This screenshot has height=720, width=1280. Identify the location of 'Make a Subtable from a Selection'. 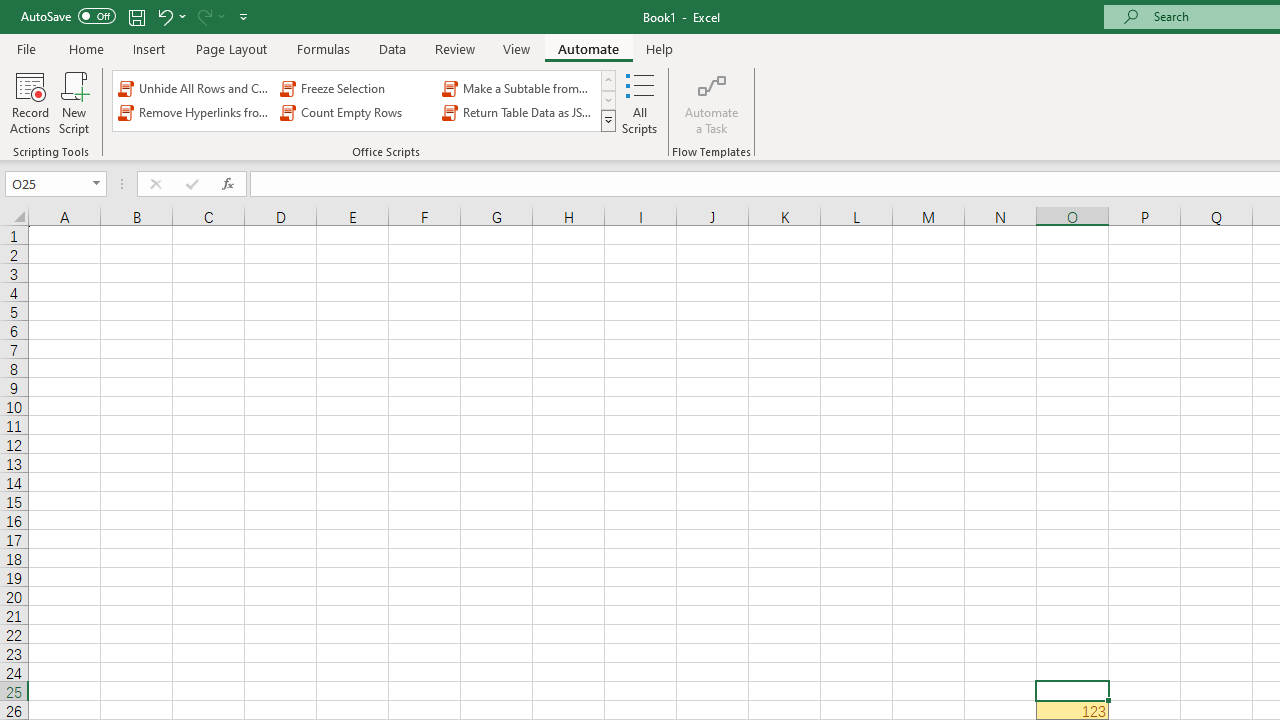
(519, 87).